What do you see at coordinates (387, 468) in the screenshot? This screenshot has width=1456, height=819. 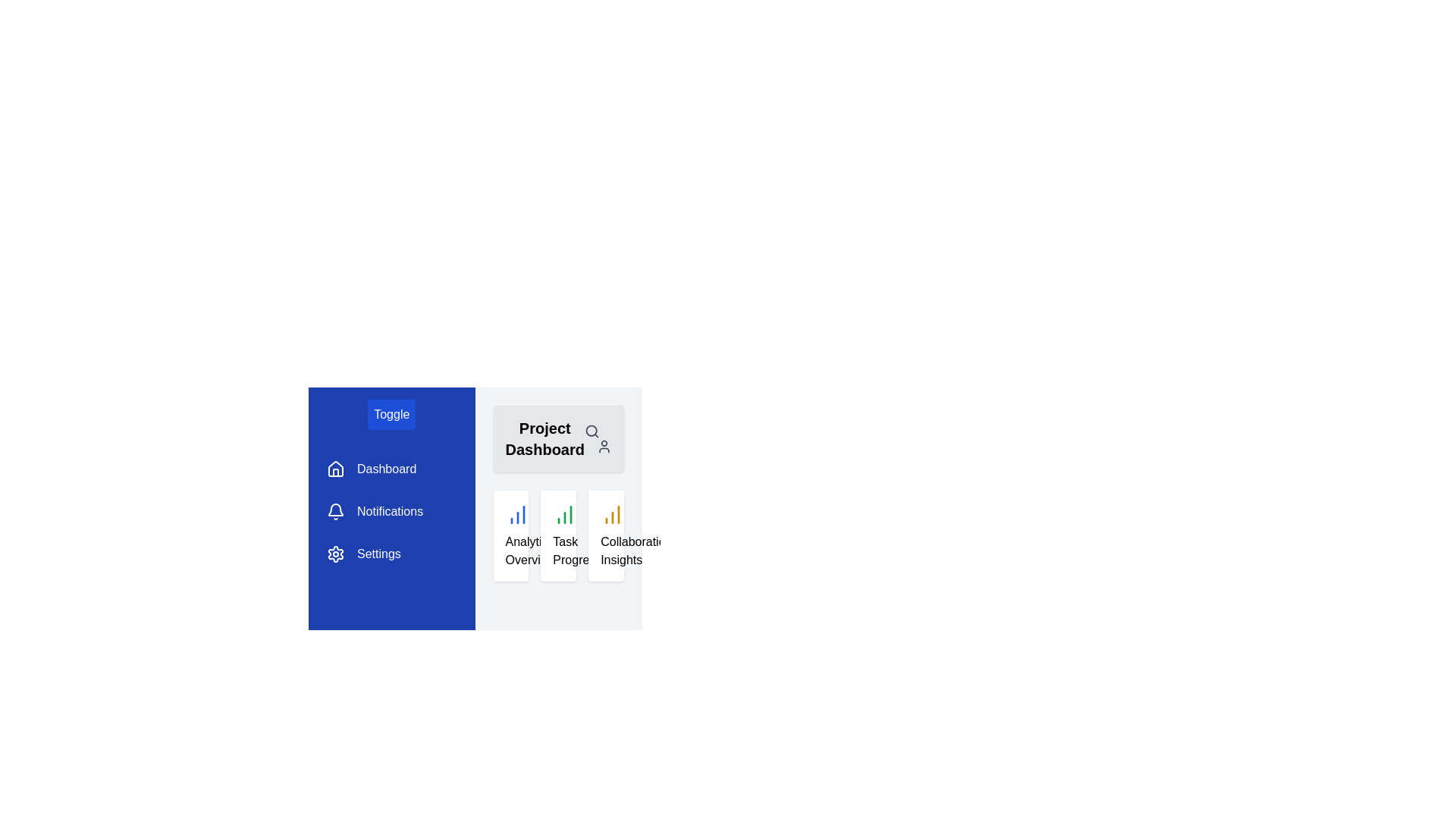 I see `the 'Dashboard' text label element, which is part of the vertical navigation menu and is visually associated with a house icon` at bounding box center [387, 468].